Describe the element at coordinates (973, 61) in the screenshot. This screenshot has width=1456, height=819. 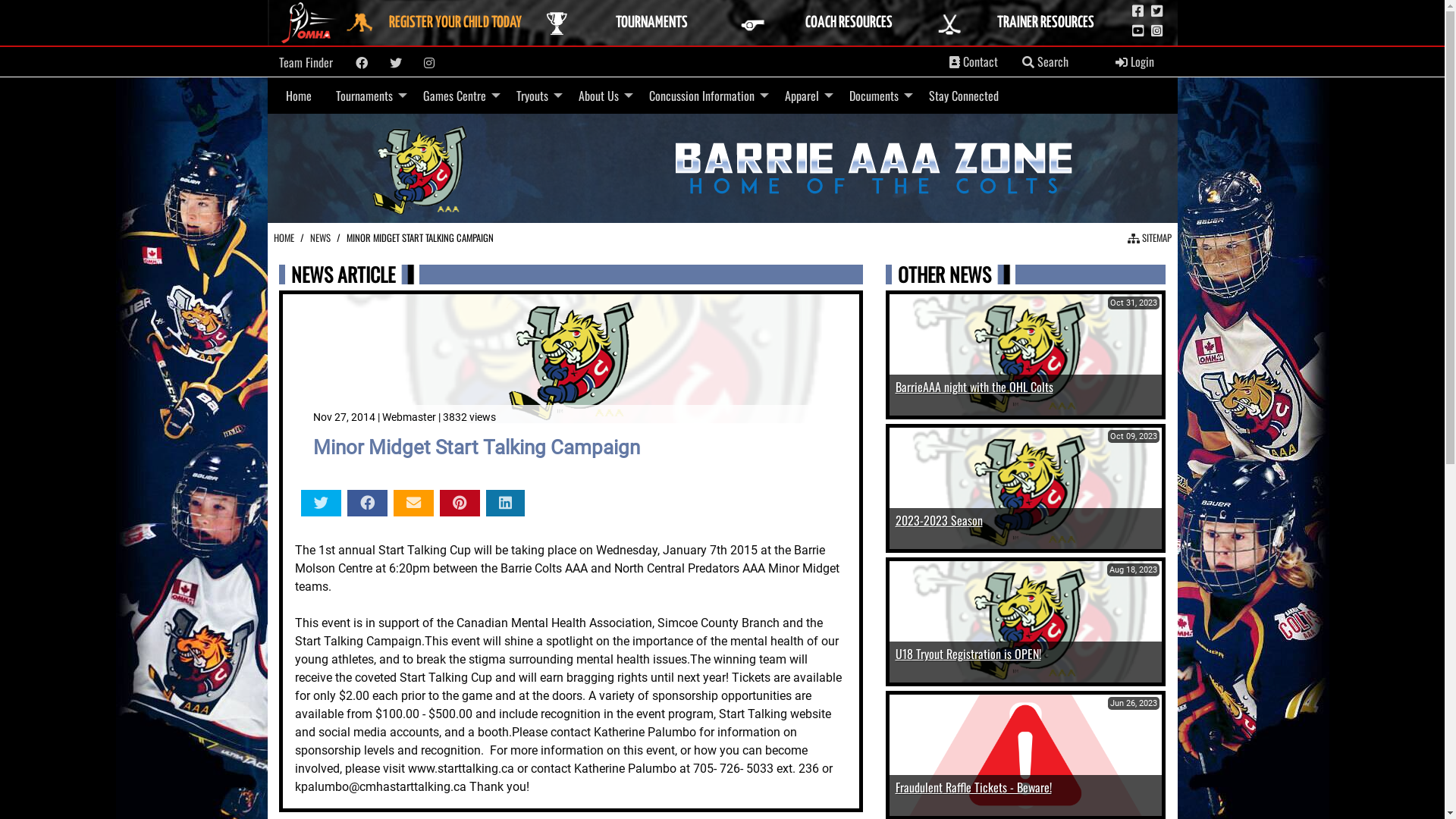
I see `' Contact'` at that location.